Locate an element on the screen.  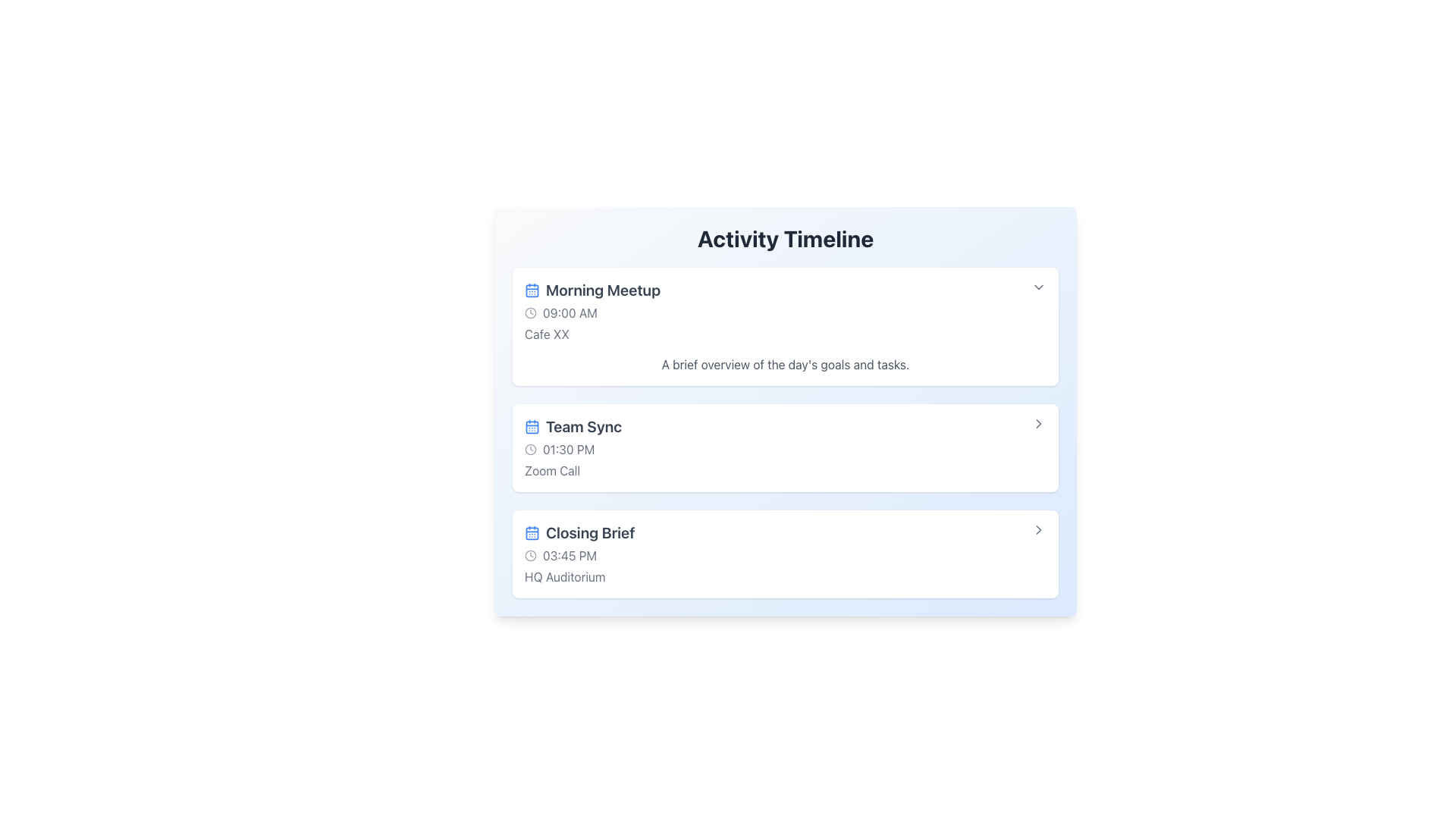
the graphical icon element associated with the 'Closing Brief' timeline entry, which is aligned with the clock symbol for the time '03:45 PM' is located at coordinates (531, 555).